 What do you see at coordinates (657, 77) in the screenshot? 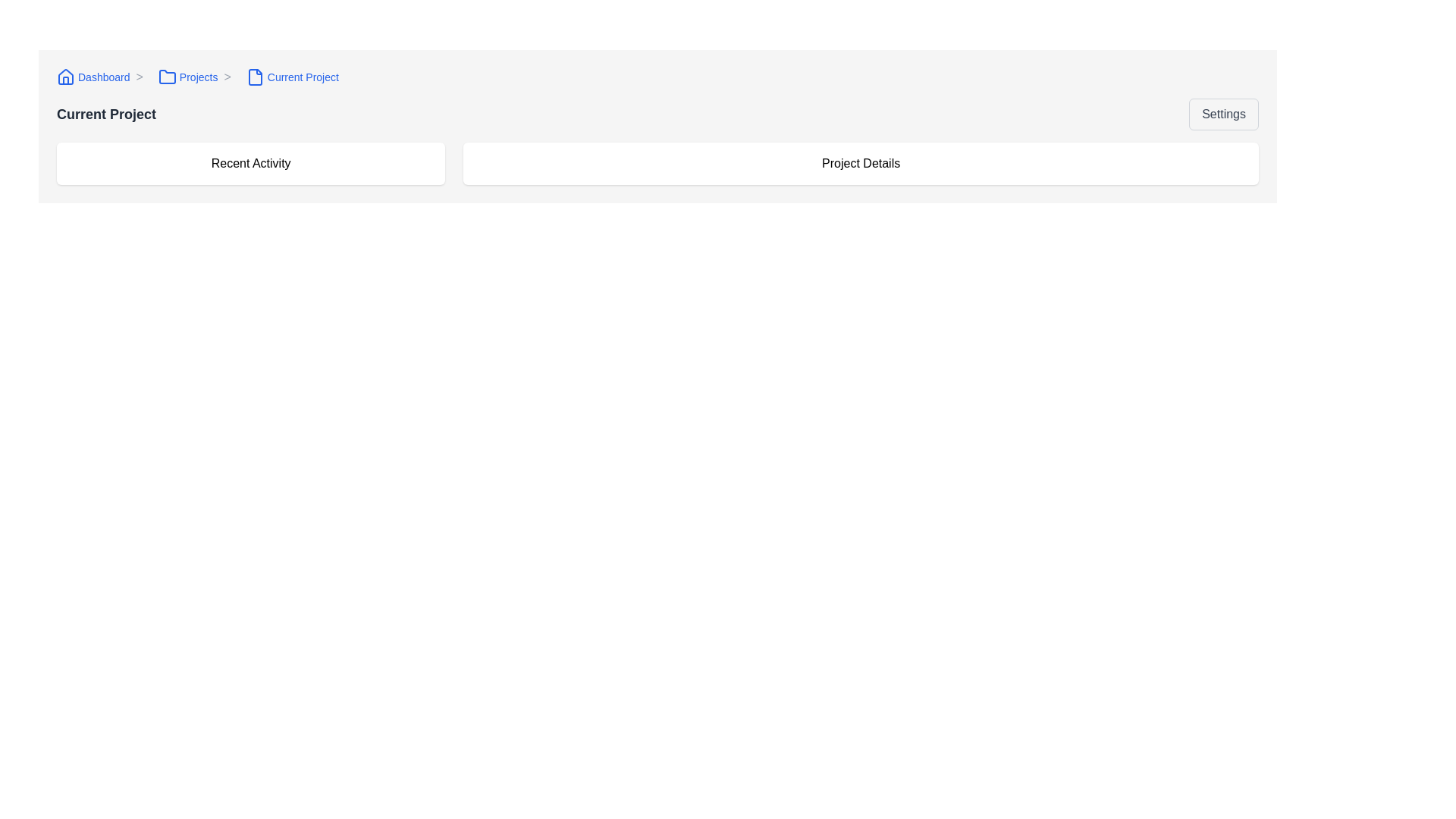
I see `the Breadcrumb navigation bar segment links` at bounding box center [657, 77].